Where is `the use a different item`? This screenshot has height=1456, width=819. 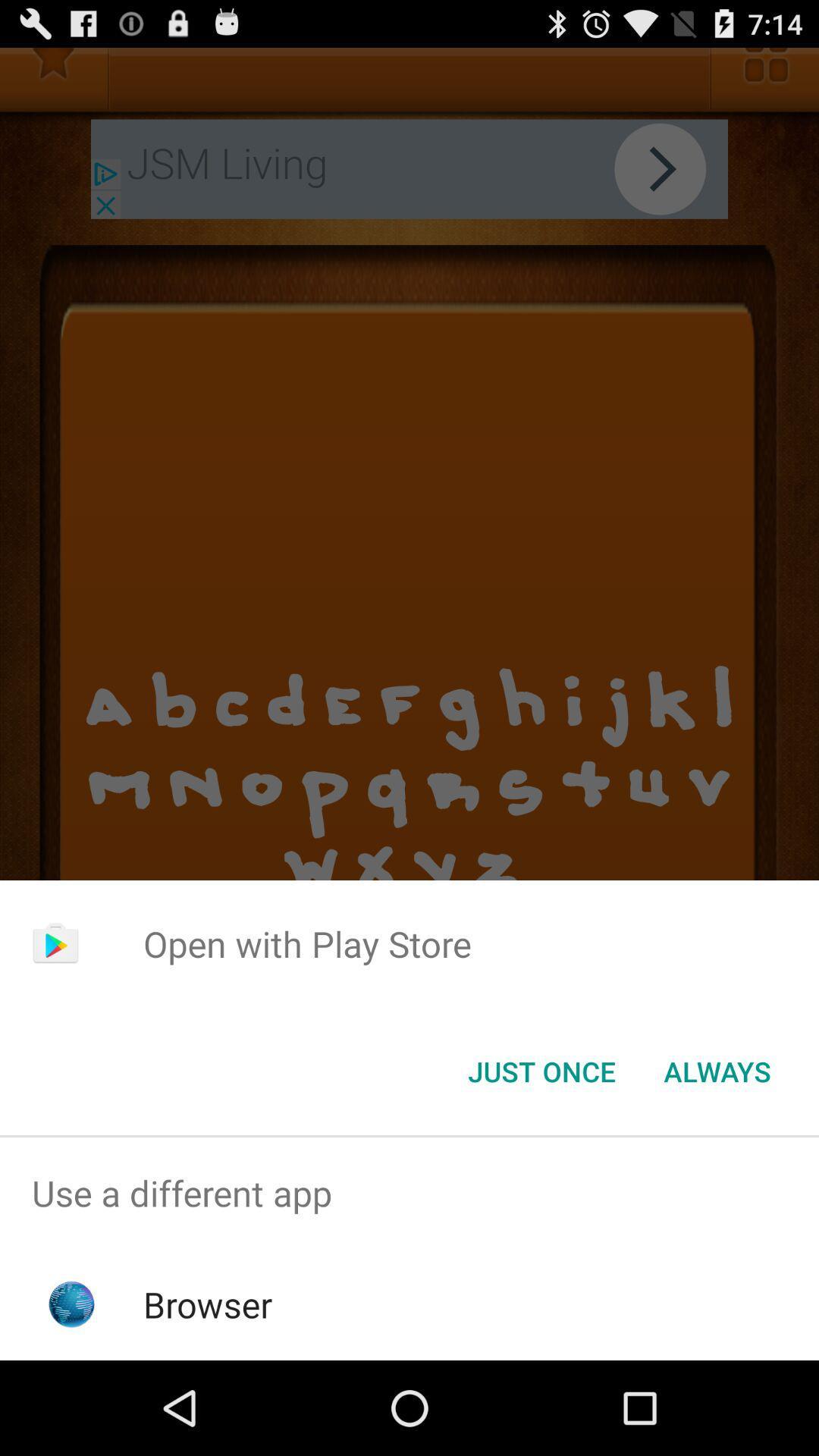 the use a different item is located at coordinates (409, 1192).